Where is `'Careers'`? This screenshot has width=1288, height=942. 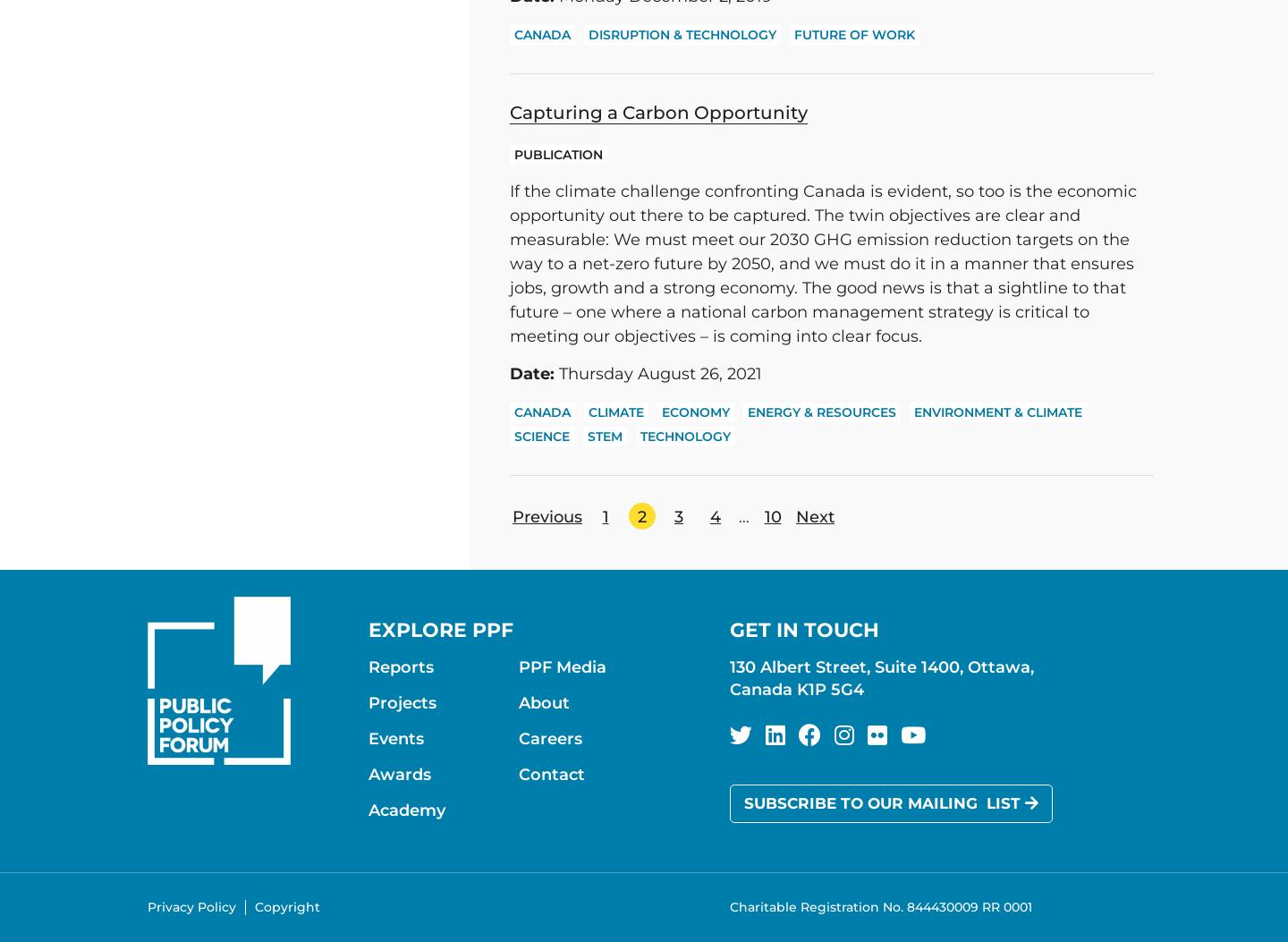 'Careers' is located at coordinates (548, 737).